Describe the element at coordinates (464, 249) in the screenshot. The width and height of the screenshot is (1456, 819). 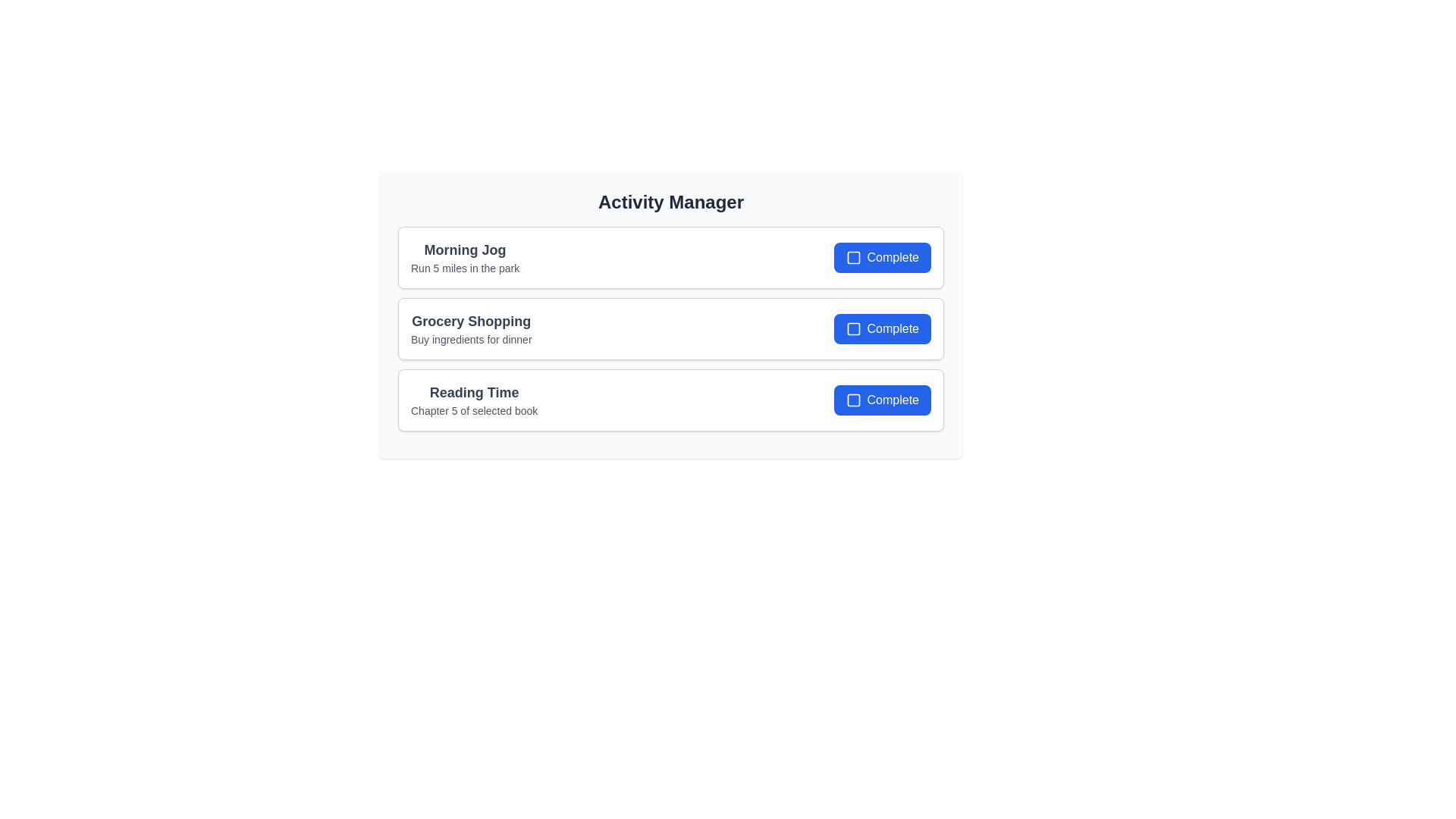
I see `the non-interactive text label that identifies the activity as 'Morning Jog', positioned above the text 'Run 5 miles in the park'` at that location.